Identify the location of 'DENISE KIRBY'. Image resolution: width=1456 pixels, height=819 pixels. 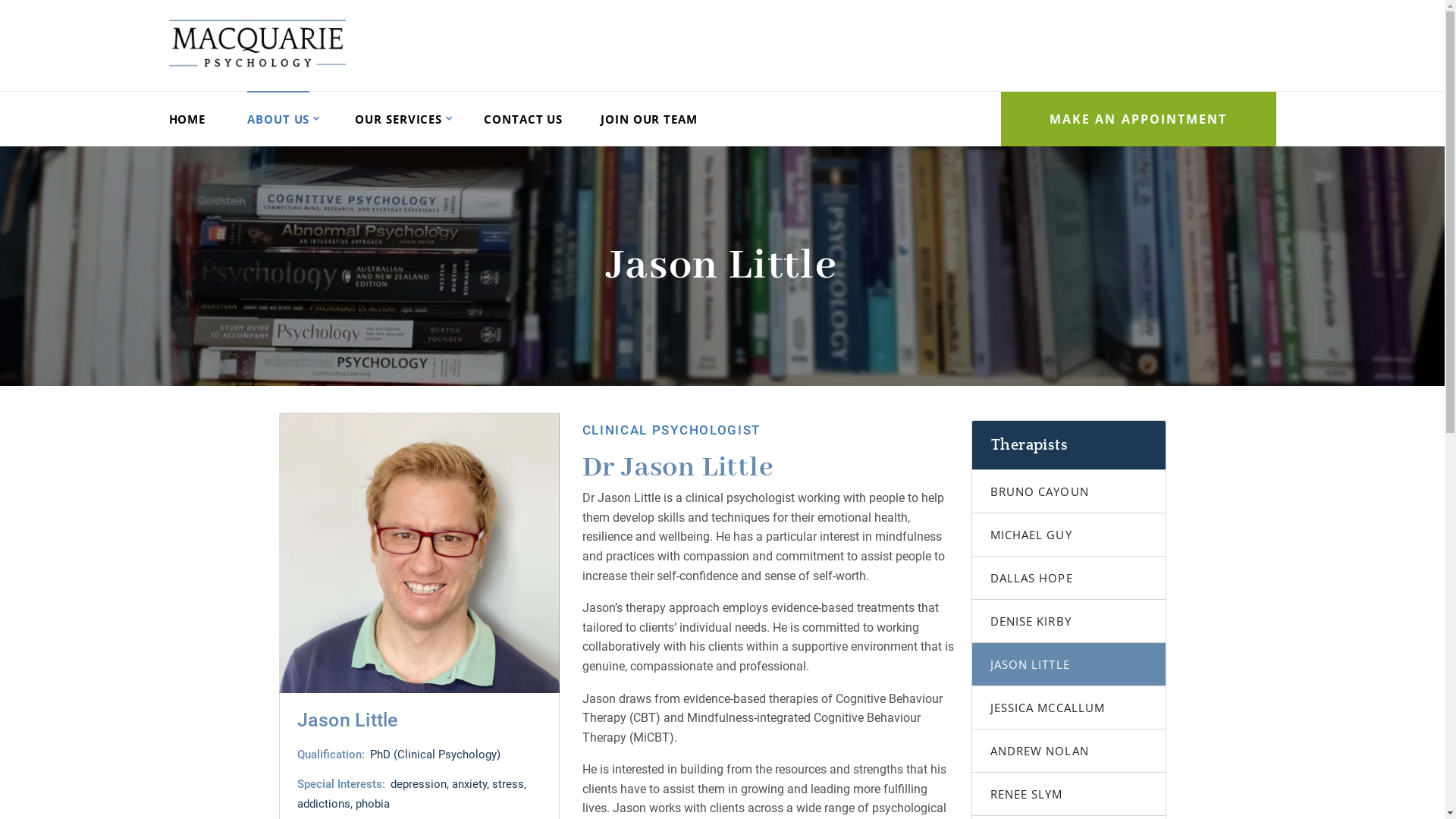
(971, 621).